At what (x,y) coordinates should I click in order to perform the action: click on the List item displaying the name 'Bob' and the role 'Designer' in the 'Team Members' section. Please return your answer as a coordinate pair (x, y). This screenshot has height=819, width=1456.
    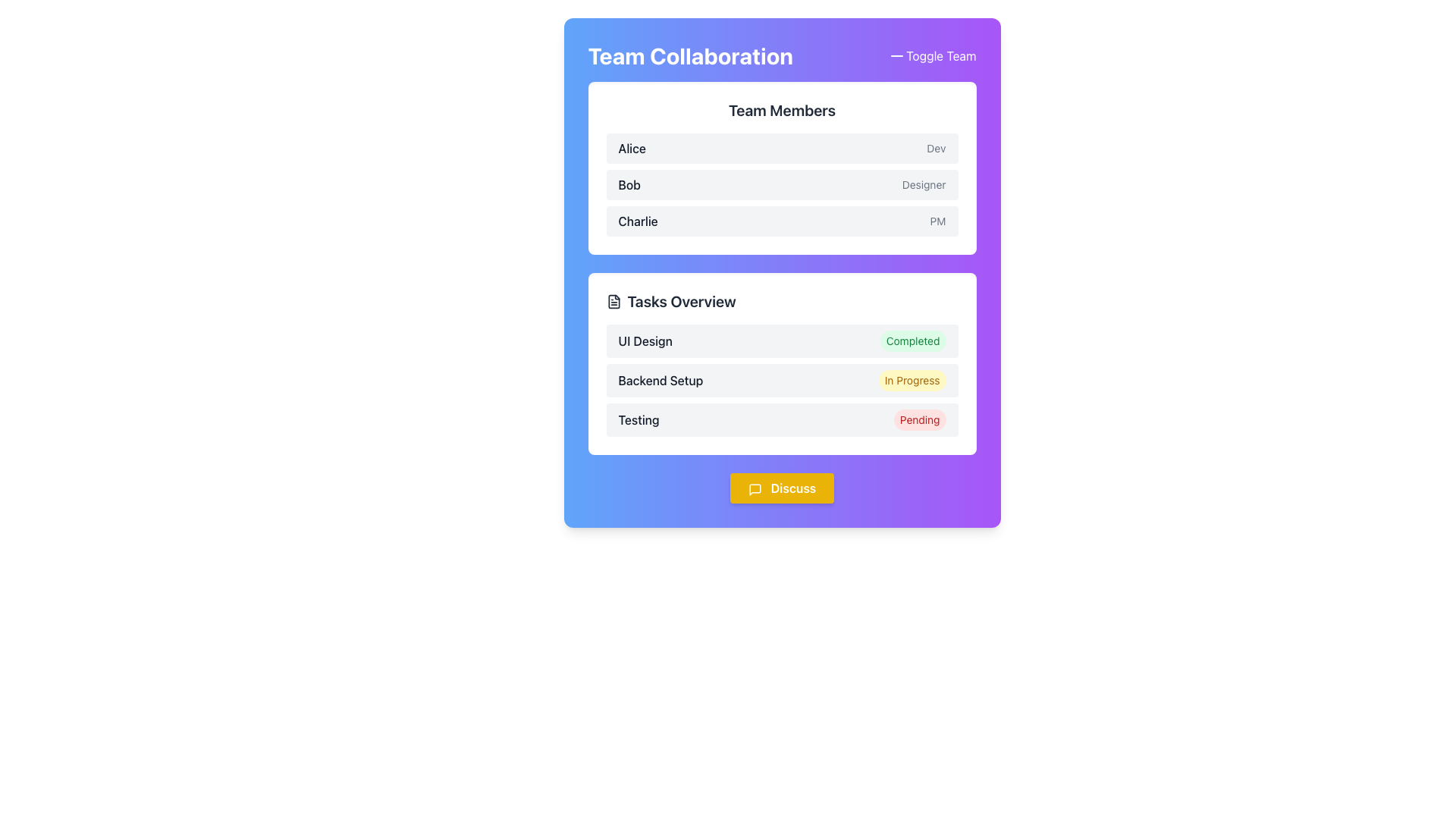
    Looking at the image, I should click on (782, 184).